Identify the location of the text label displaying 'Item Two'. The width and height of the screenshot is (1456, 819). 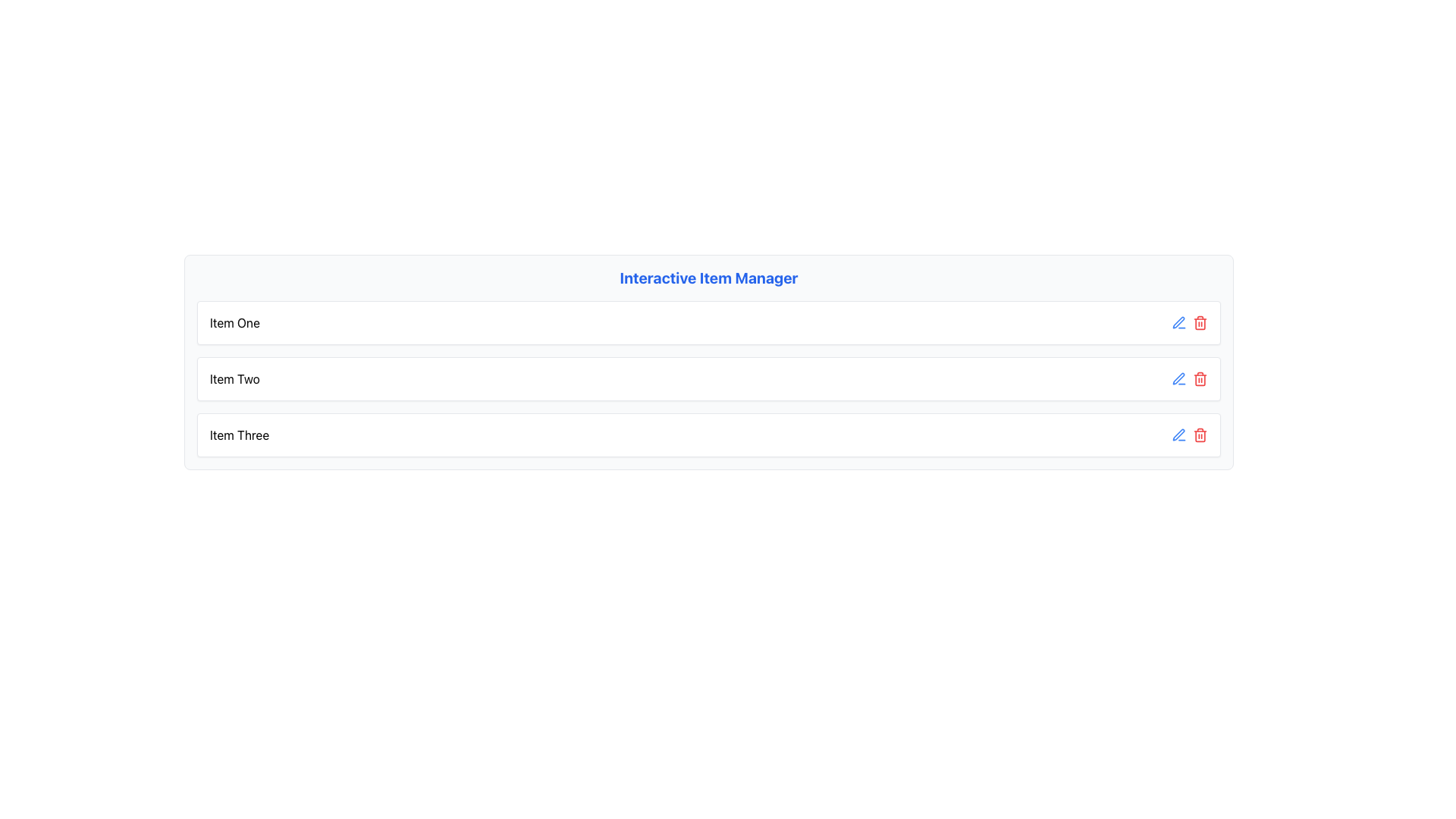
(234, 378).